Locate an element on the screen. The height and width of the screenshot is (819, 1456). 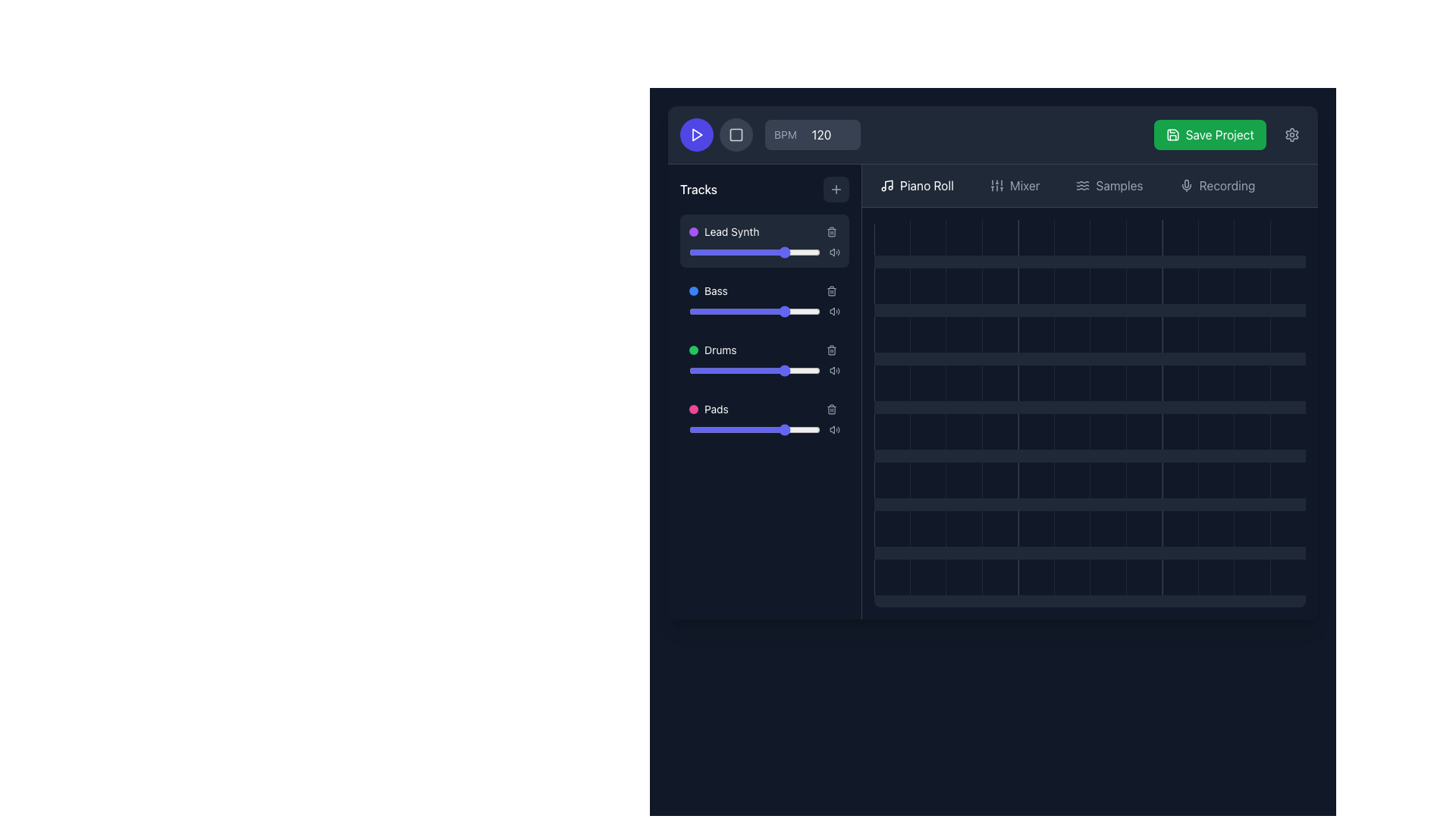
the Grid Cell located in the third column of the second row within the main interactive panel to the right of the Tracks section is located at coordinates (963, 286).